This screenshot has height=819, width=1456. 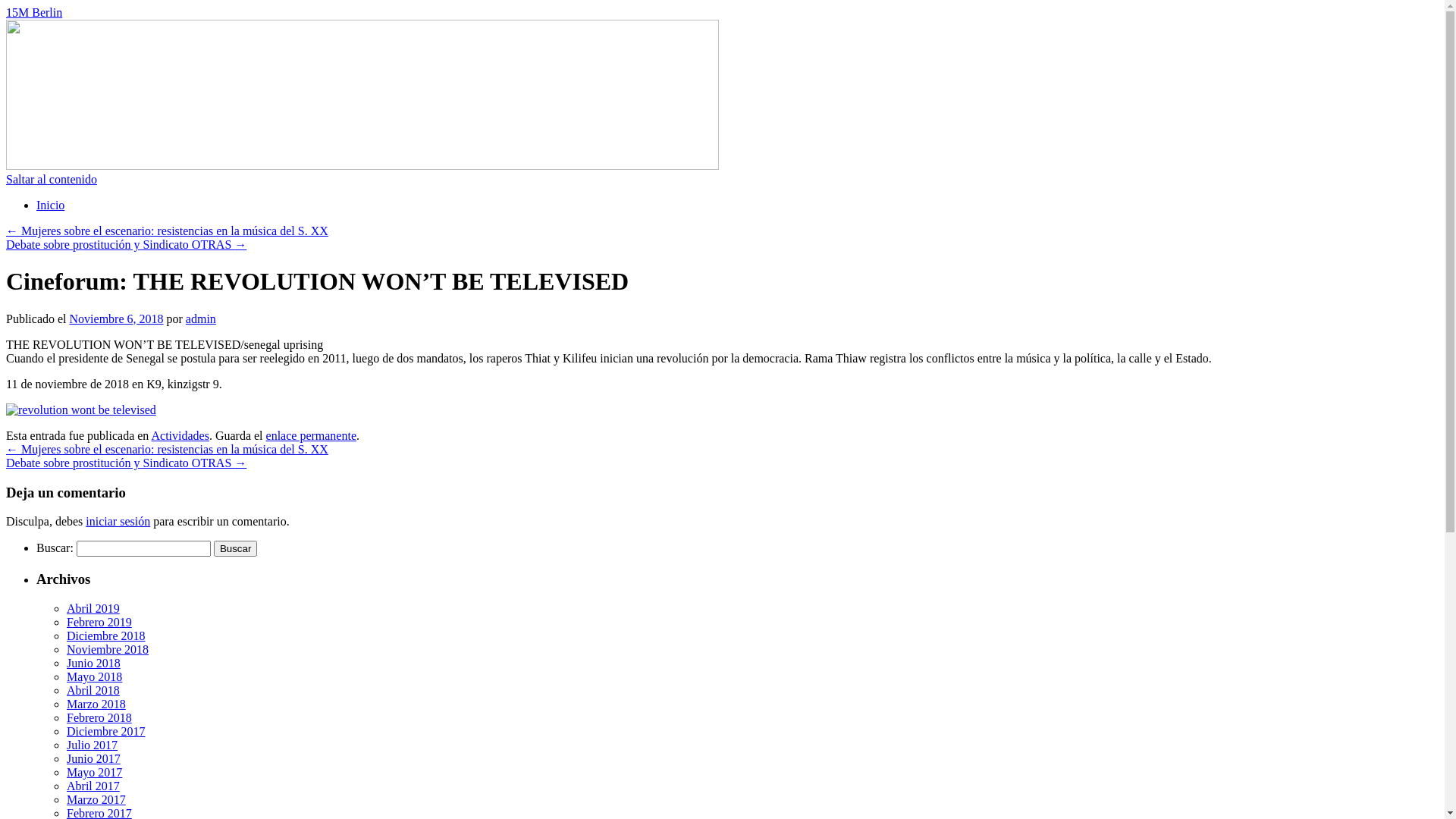 I want to click on 'Febrero 2019', so click(x=98, y=622).